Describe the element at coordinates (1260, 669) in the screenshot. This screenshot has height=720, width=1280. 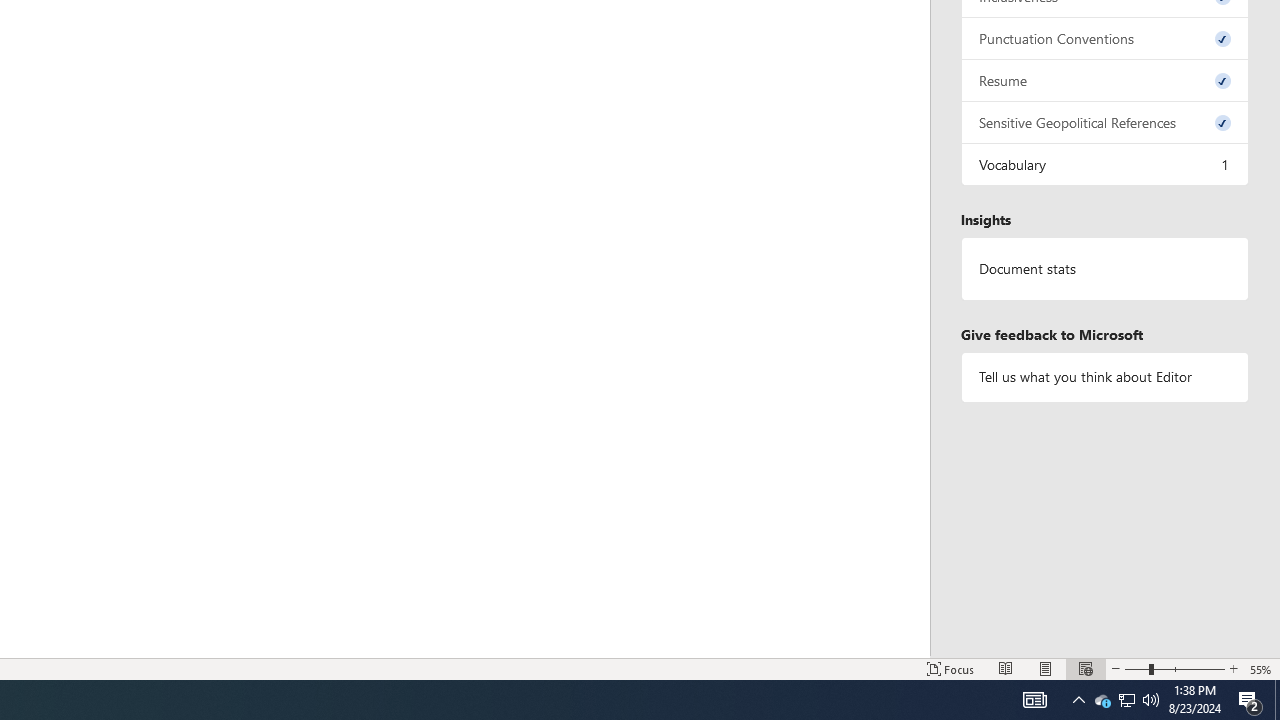
I see `'Zoom 55%'` at that location.